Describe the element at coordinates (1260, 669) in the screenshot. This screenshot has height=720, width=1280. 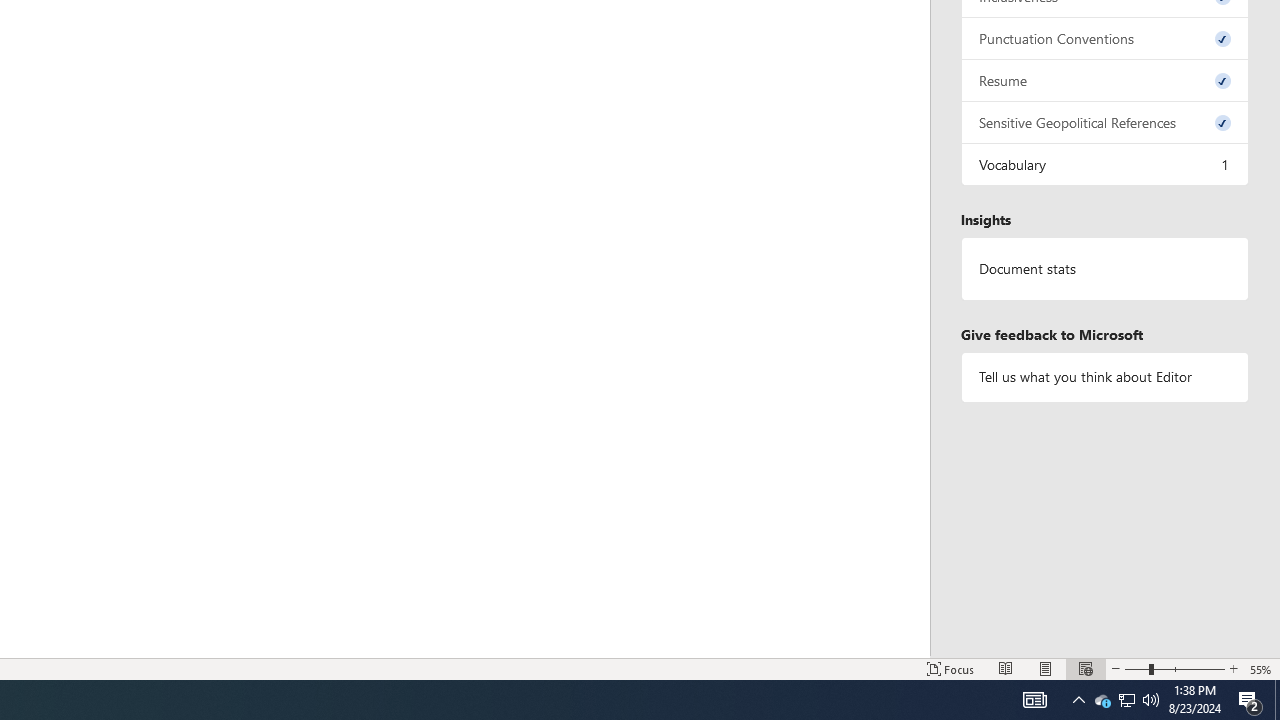
I see `'Zoom 55%'` at that location.